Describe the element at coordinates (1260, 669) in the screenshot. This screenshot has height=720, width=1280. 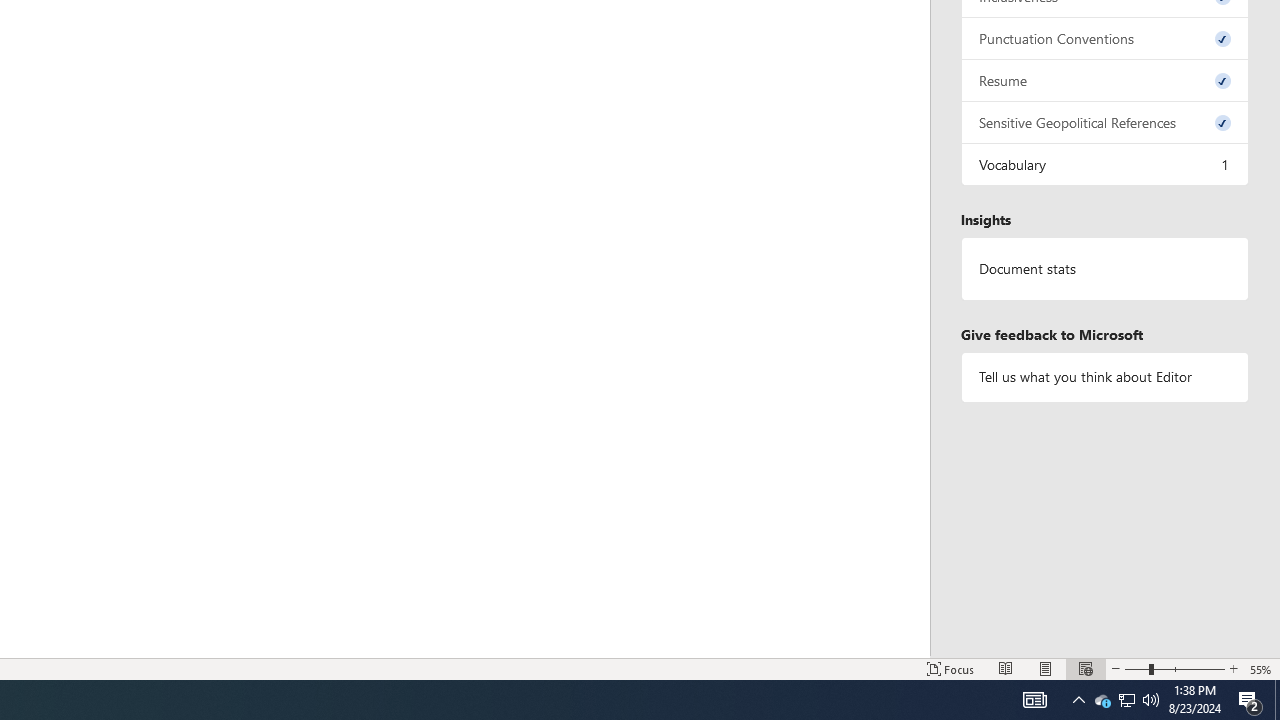
I see `'Zoom 55%'` at that location.